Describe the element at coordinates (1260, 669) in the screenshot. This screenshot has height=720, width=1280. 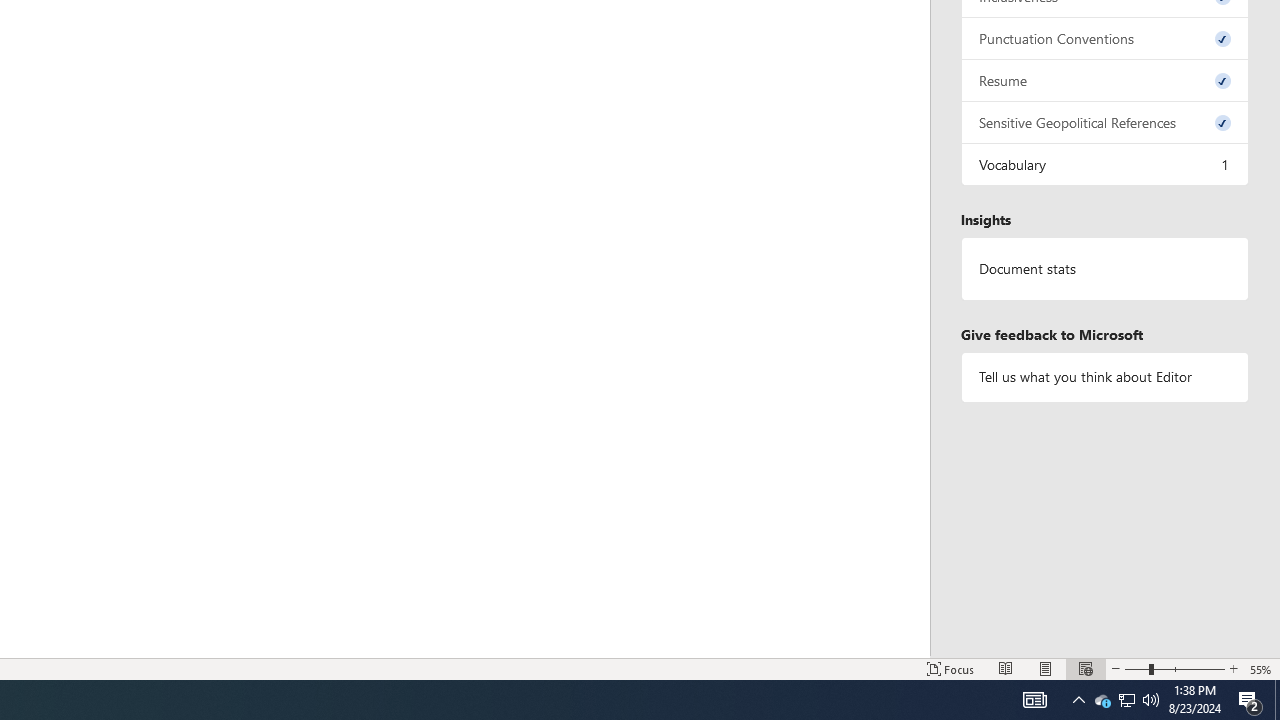
I see `'Zoom 55%'` at that location.